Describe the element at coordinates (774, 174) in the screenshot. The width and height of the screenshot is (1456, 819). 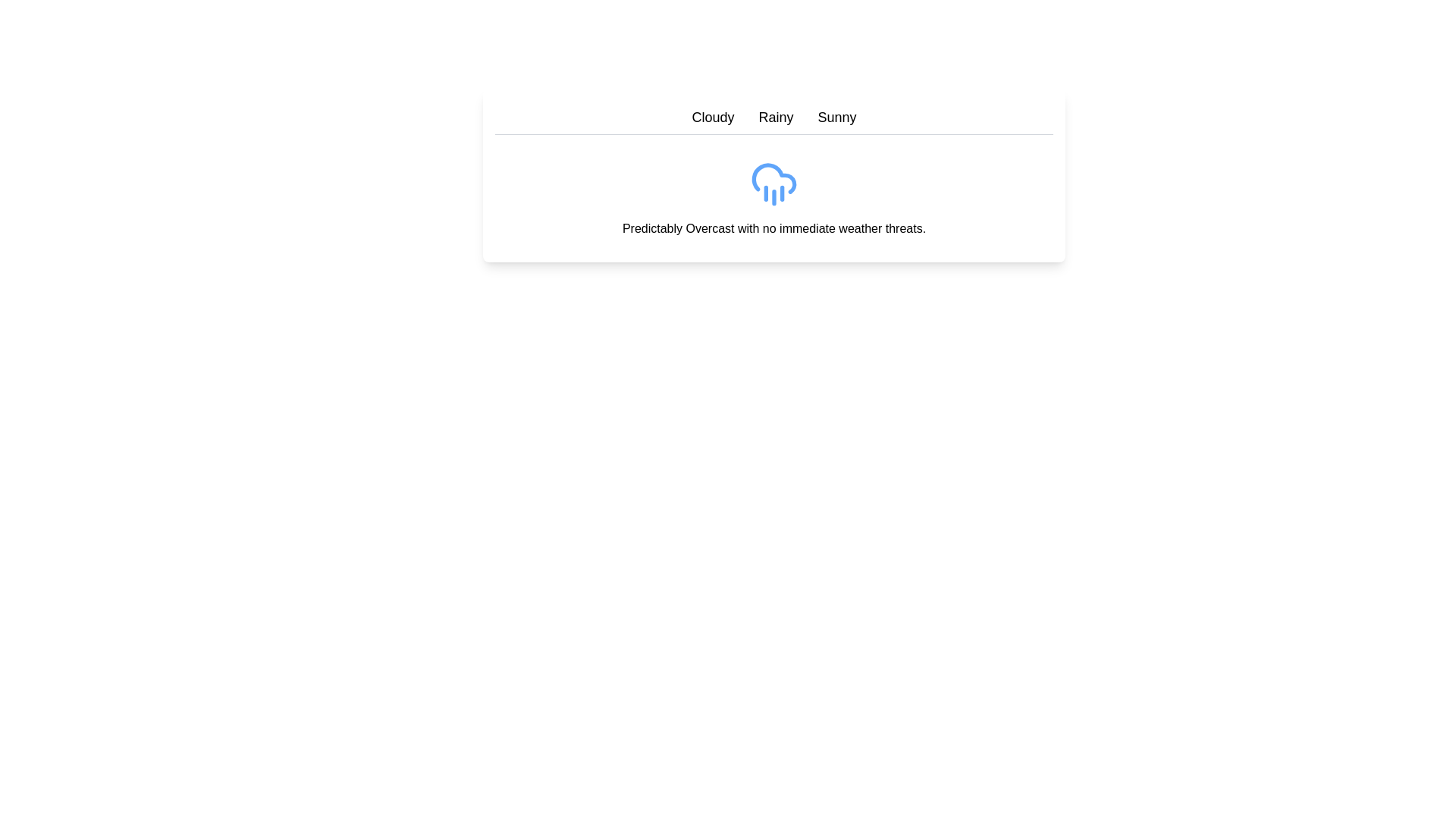
I see `the centrally positioned Information Display that shows summarized weather conditions, represented by an icon and descriptive text` at that location.